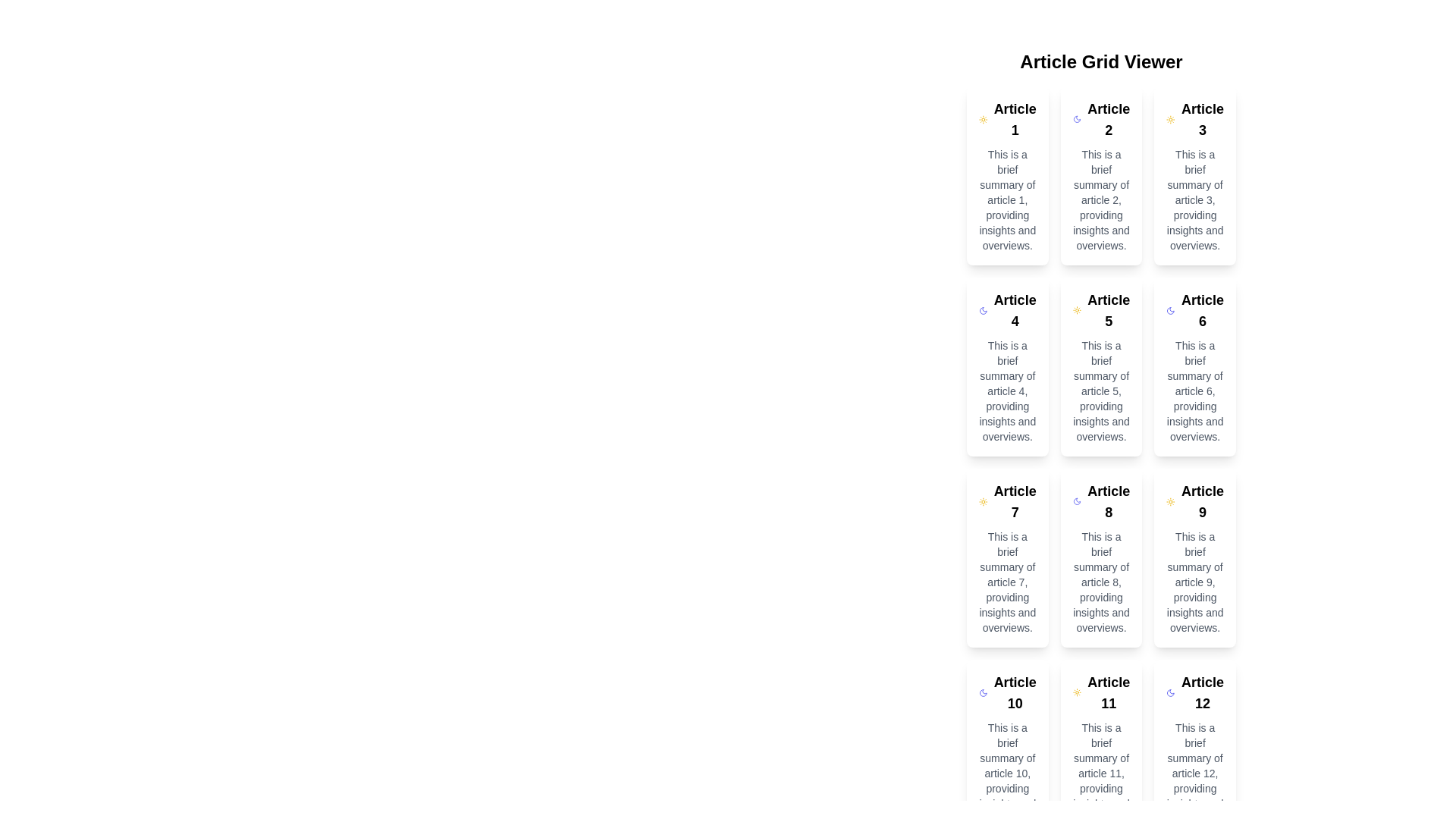 This screenshot has width=1456, height=819. What do you see at coordinates (1007, 309) in the screenshot?
I see `displayed text 'Article 4' from the Header or Title Element, which features a bold font and an indigo-colored moon icon to its left, located in the second row and first column of the card grid` at bounding box center [1007, 309].